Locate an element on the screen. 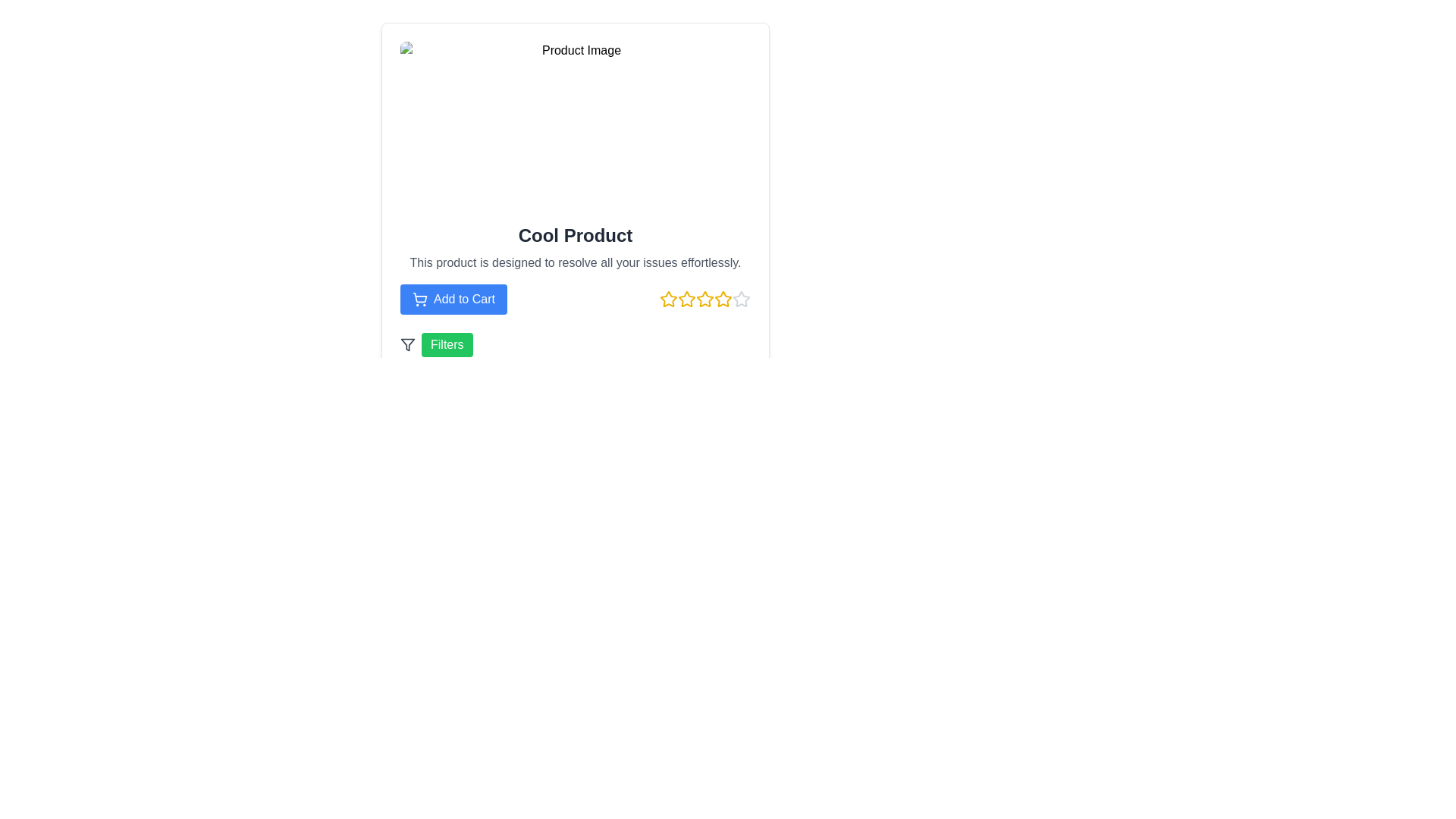 The width and height of the screenshot is (1456, 819). the fifth star in the rating system located near the bottom center of the product card to rate the product is located at coordinates (704, 299).